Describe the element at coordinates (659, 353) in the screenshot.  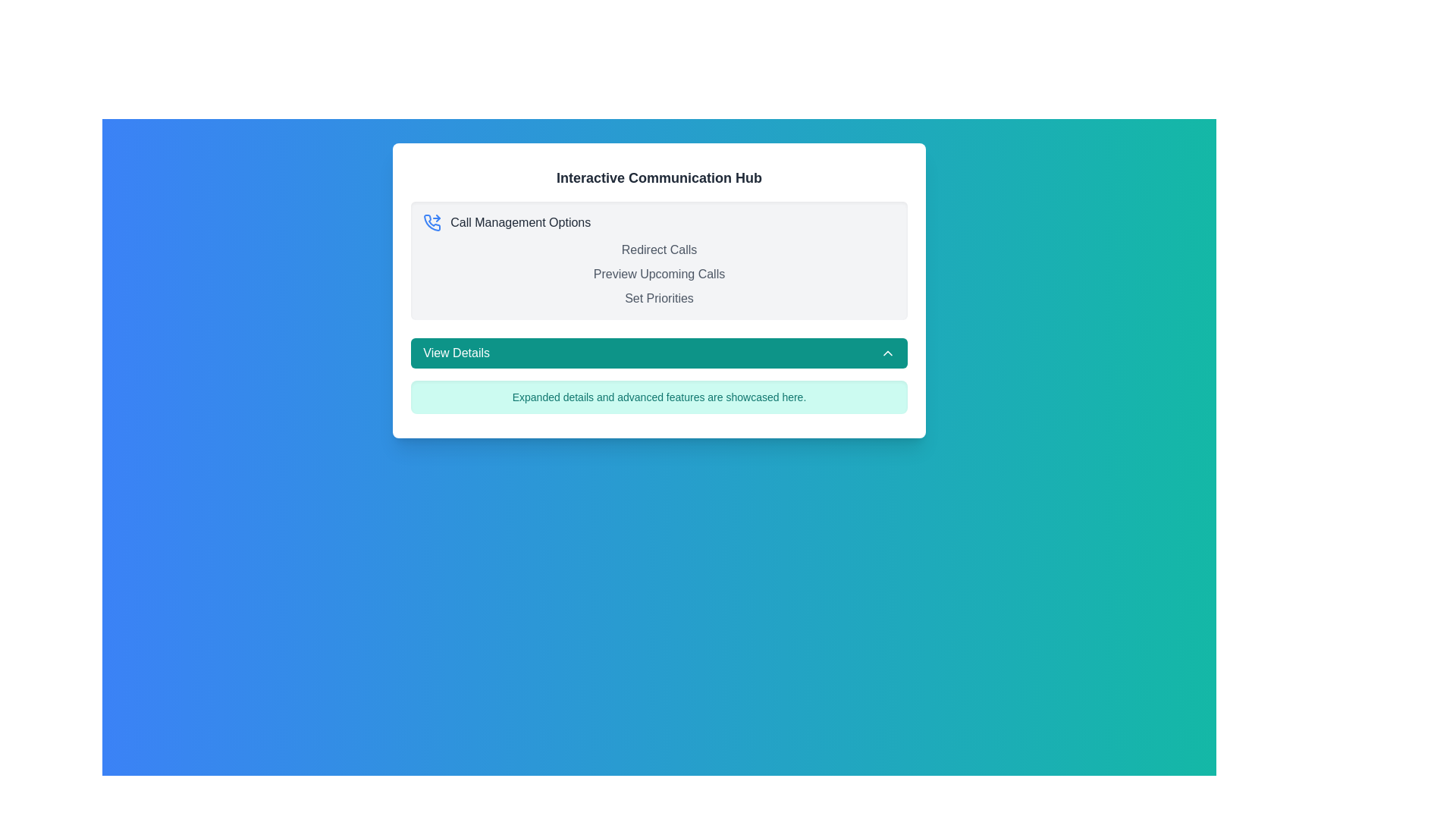
I see `the 'View Details' button located at the bottom of the 'Call Management Options' section` at that location.